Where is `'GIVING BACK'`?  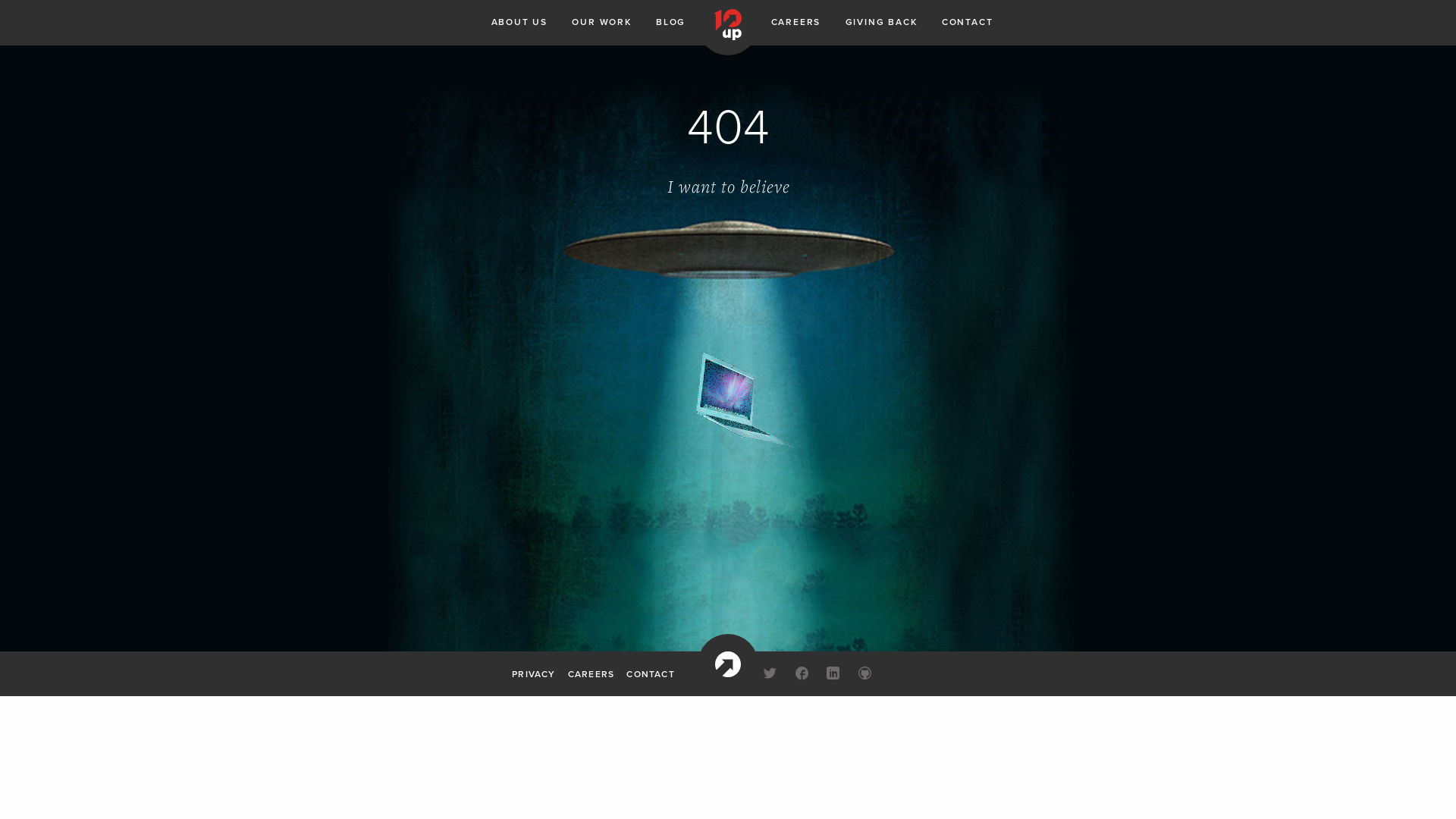 'GIVING BACK' is located at coordinates (881, 22).